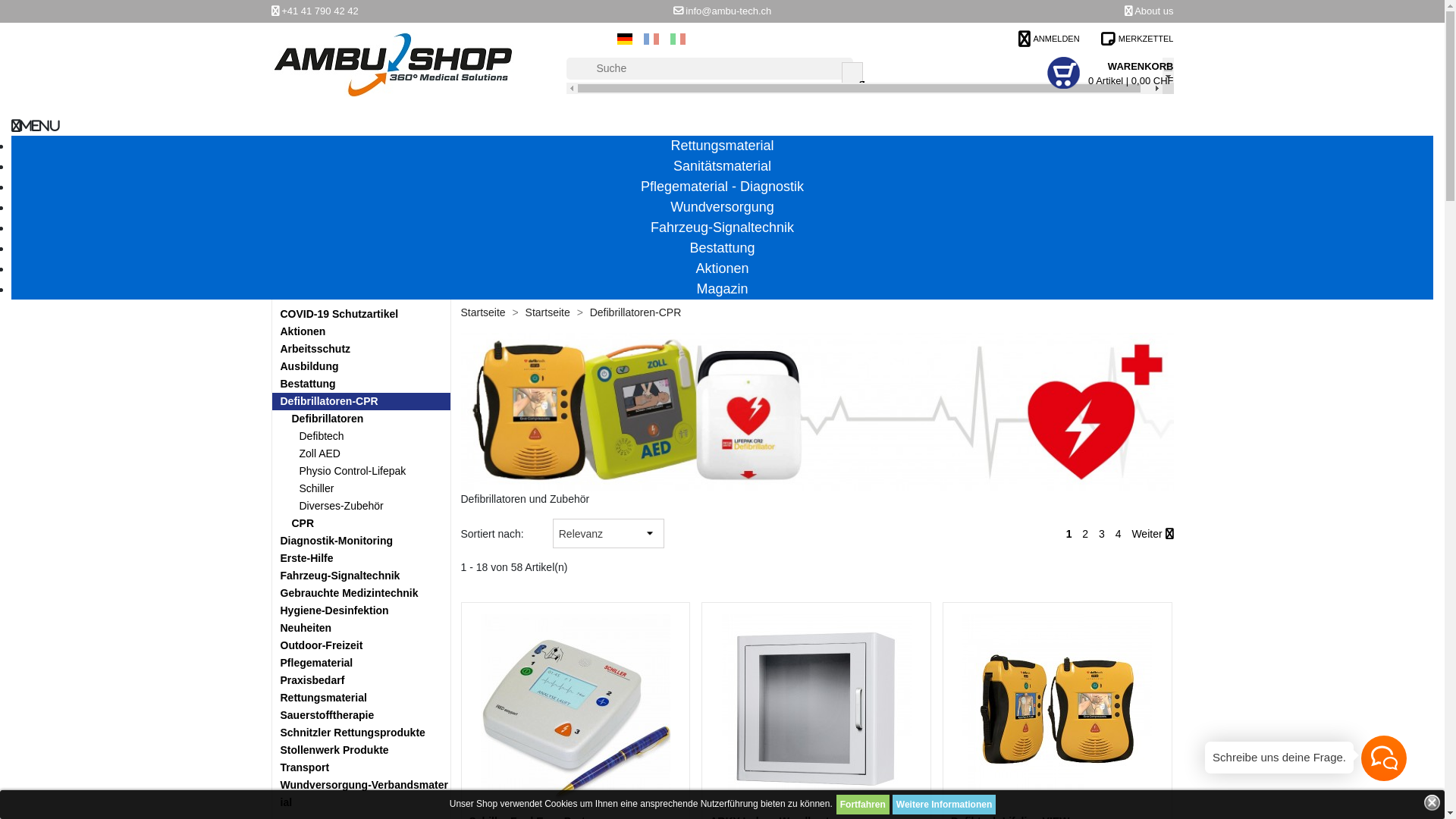 The width and height of the screenshot is (1456, 819). Describe the element at coordinates (548, 312) in the screenshot. I see `'Startseite'` at that location.